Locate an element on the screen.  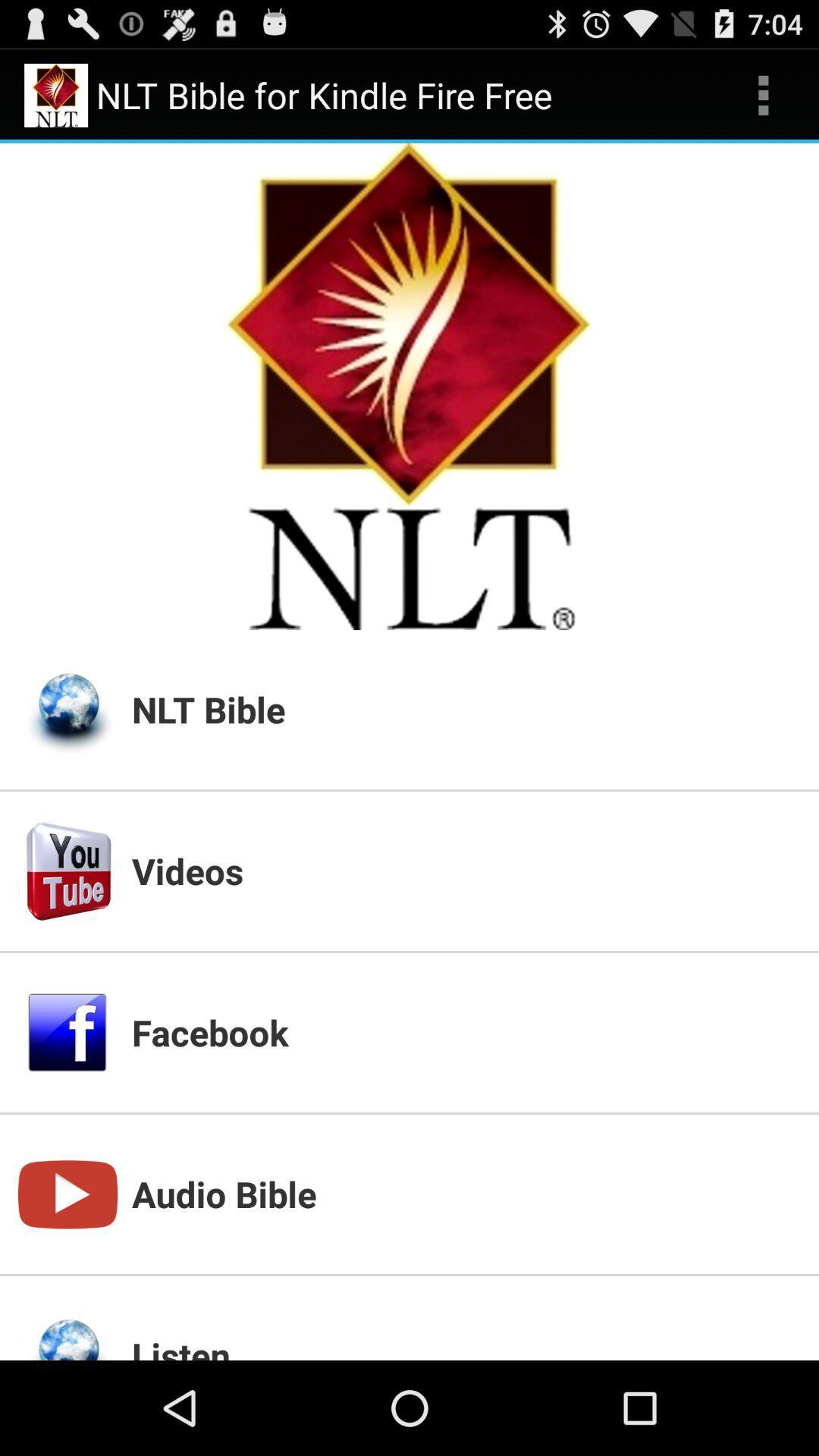
icon above the nlt bible app is located at coordinates (763, 94).